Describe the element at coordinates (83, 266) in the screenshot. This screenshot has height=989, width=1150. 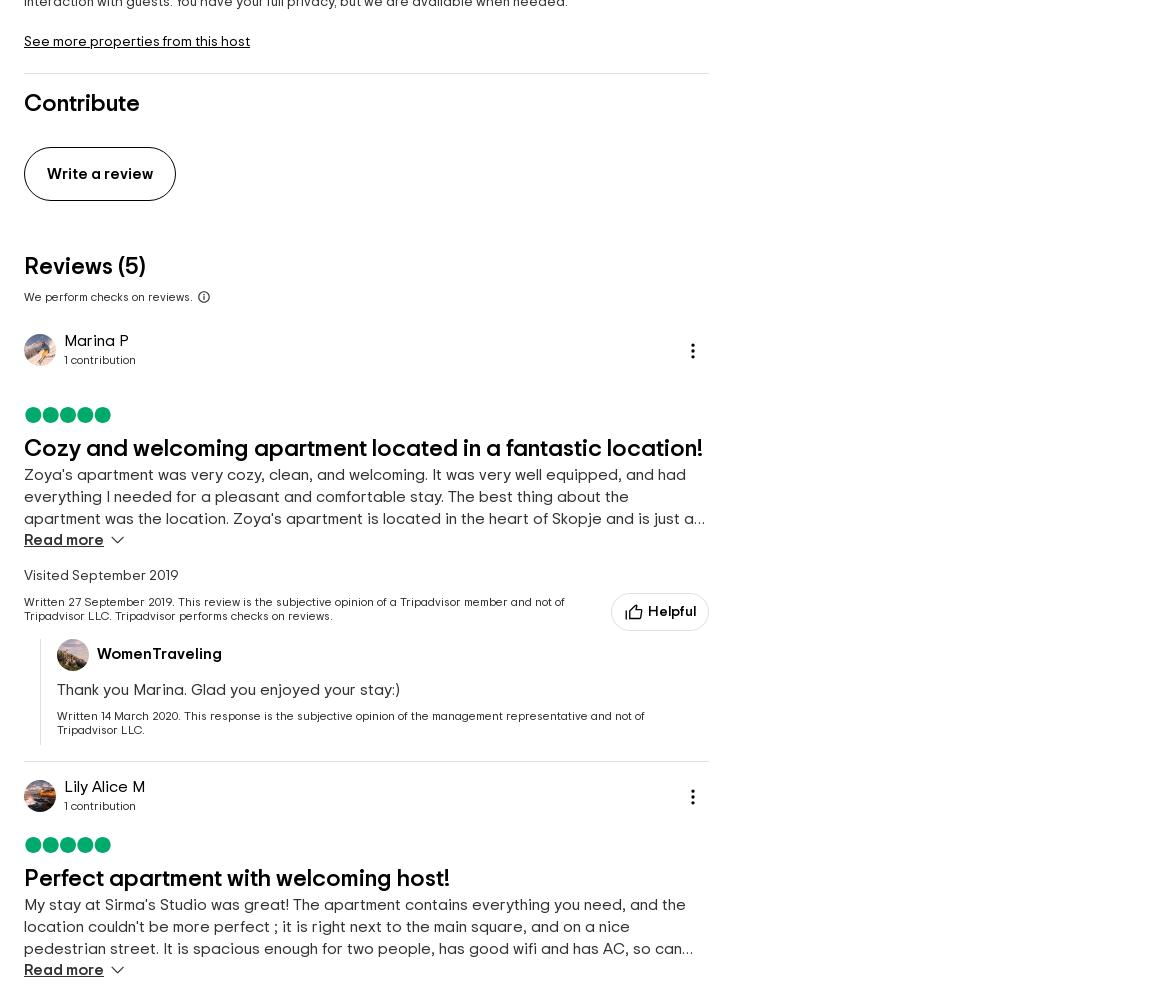
I see `'Reviews (5)'` at that location.